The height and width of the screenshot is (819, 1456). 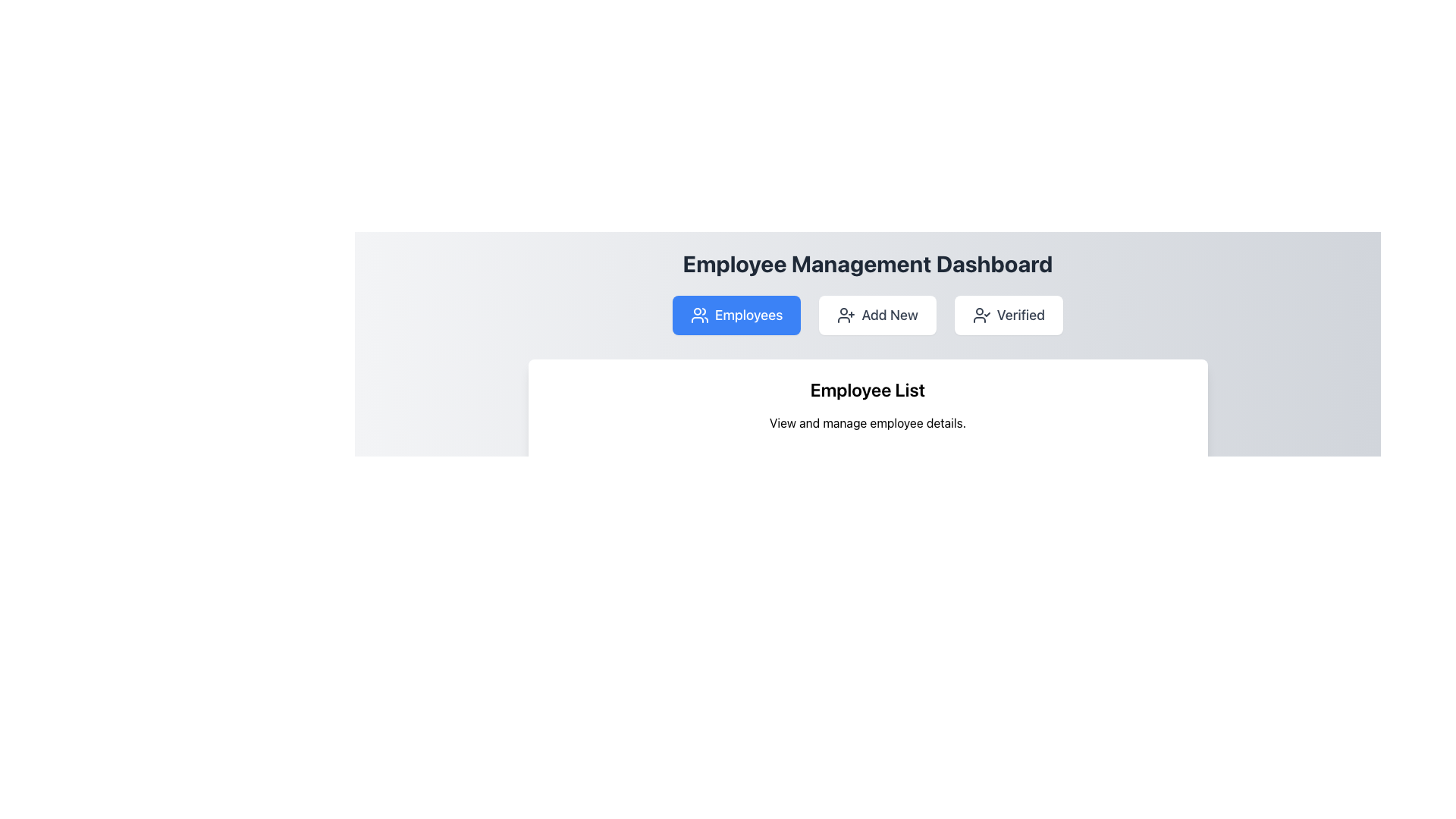 I want to click on the 'Verified' button located in the Employee Management Dashboard, so click(x=1008, y=315).